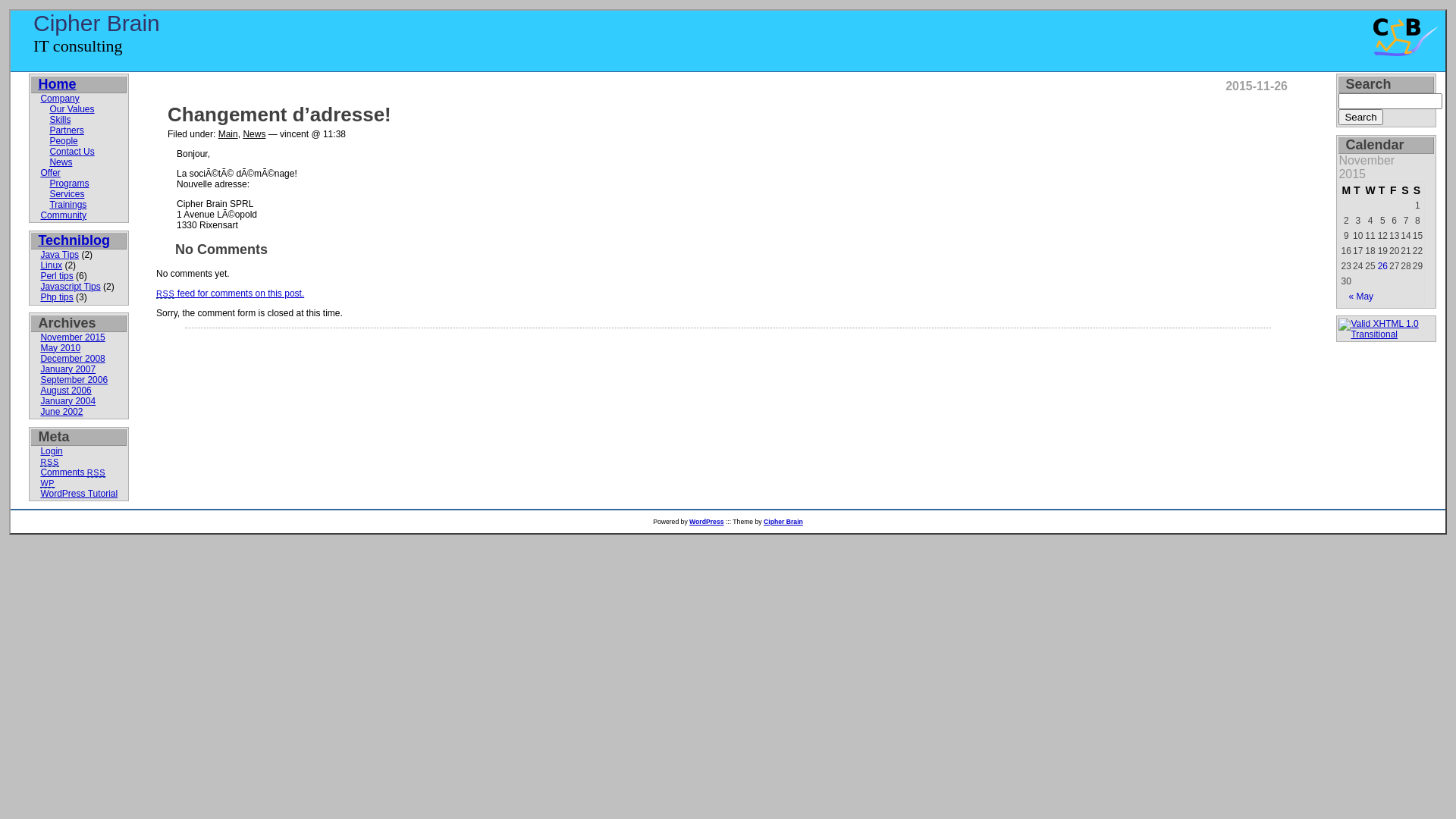 This screenshot has height=819, width=1456. What do you see at coordinates (61, 412) in the screenshot?
I see `'June 2002'` at bounding box center [61, 412].